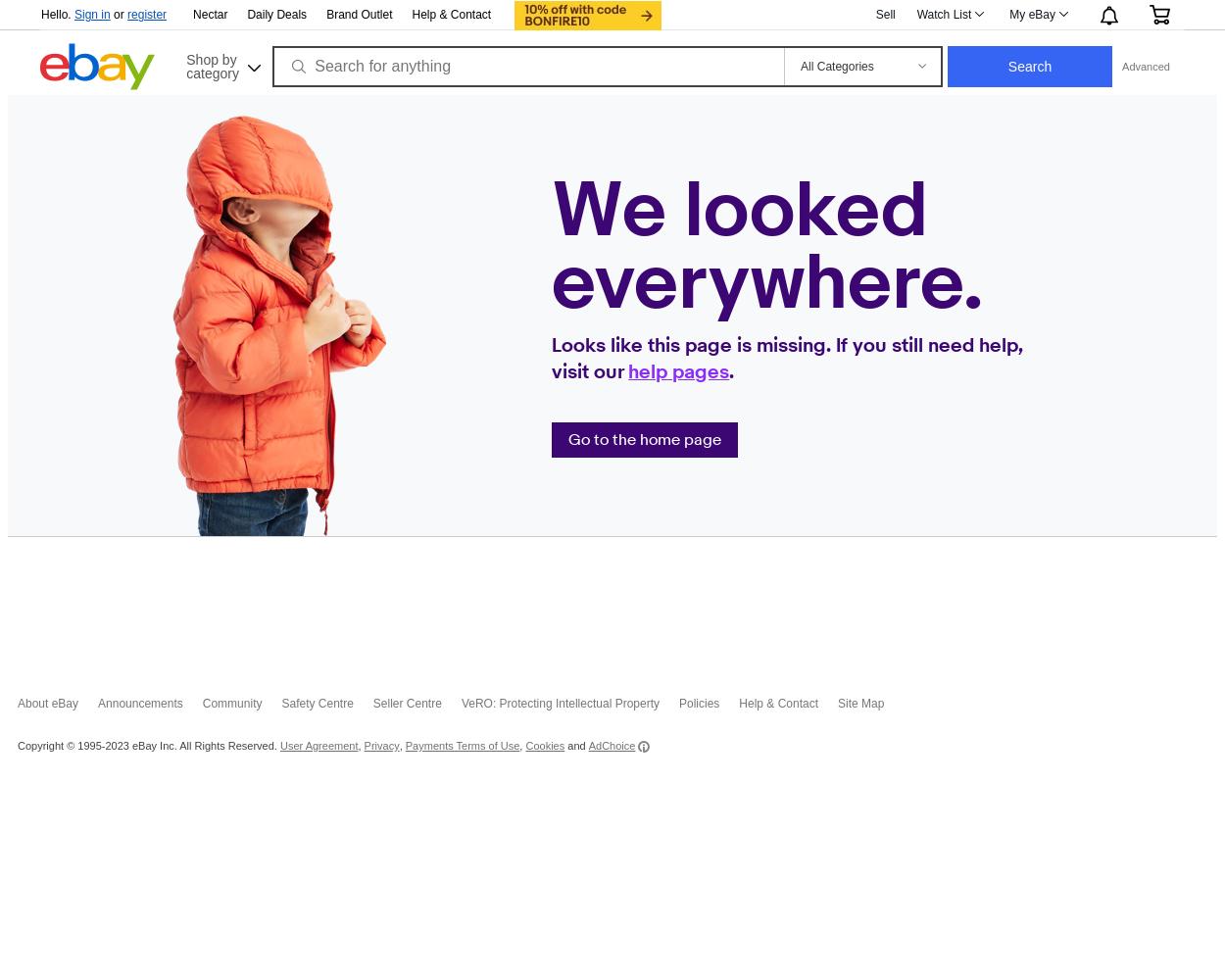 Image resolution: width=1225 pixels, height=980 pixels. I want to click on 'VeRO: Protecting Intellectual Property', so click(559, 703).